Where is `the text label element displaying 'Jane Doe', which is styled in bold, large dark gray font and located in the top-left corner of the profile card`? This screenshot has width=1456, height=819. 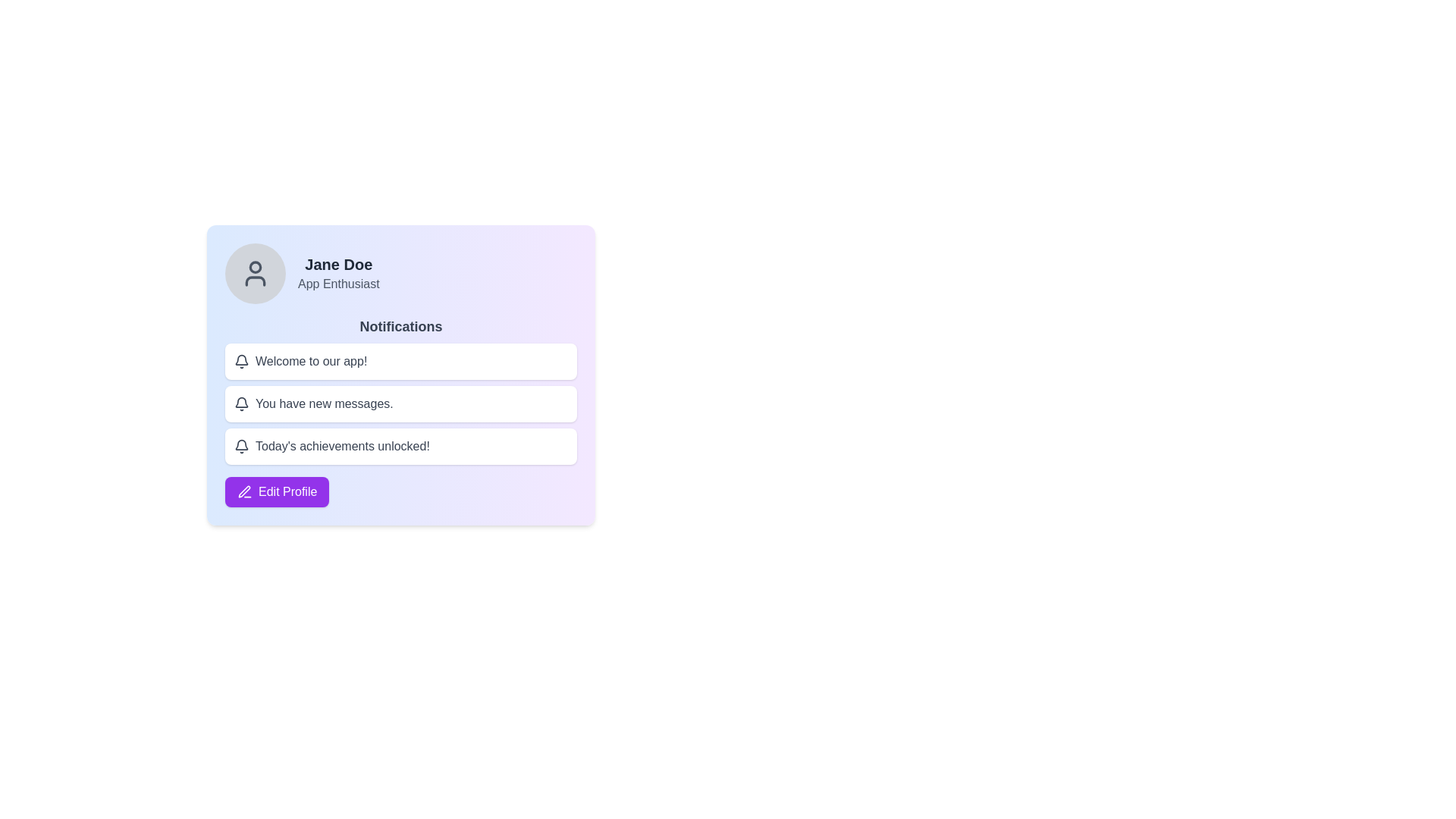
the text label element displaying 'Jane Doe', which is styled in bold, large dark gray font and located in the top-left corner of the profile card is located at coordinates (337, 263).